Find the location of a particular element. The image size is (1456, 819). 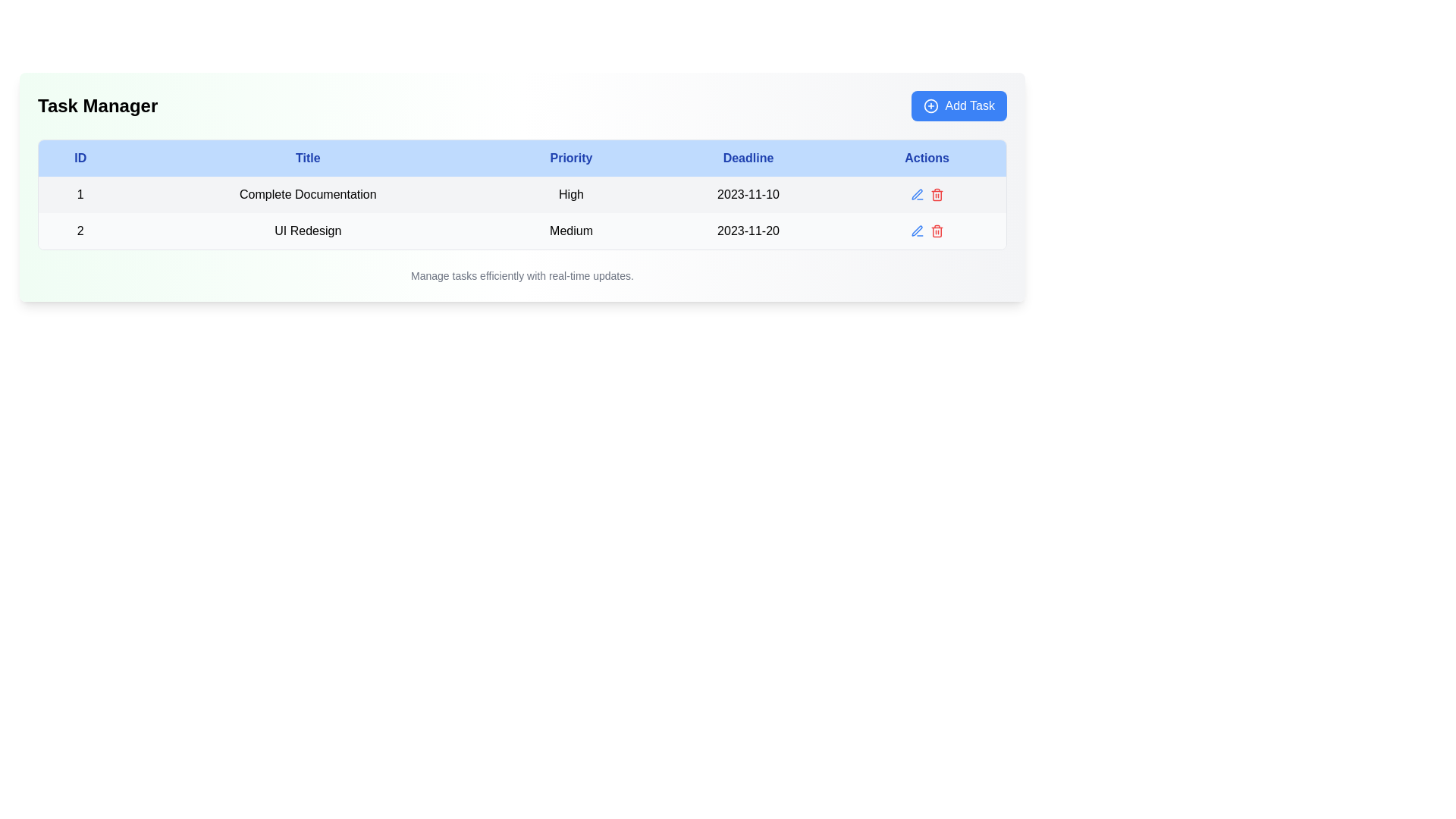

the small red trash icon in the 'Actions' section of the second row of the task management table to trigger its visual effect is located at coordinates (936, 231).